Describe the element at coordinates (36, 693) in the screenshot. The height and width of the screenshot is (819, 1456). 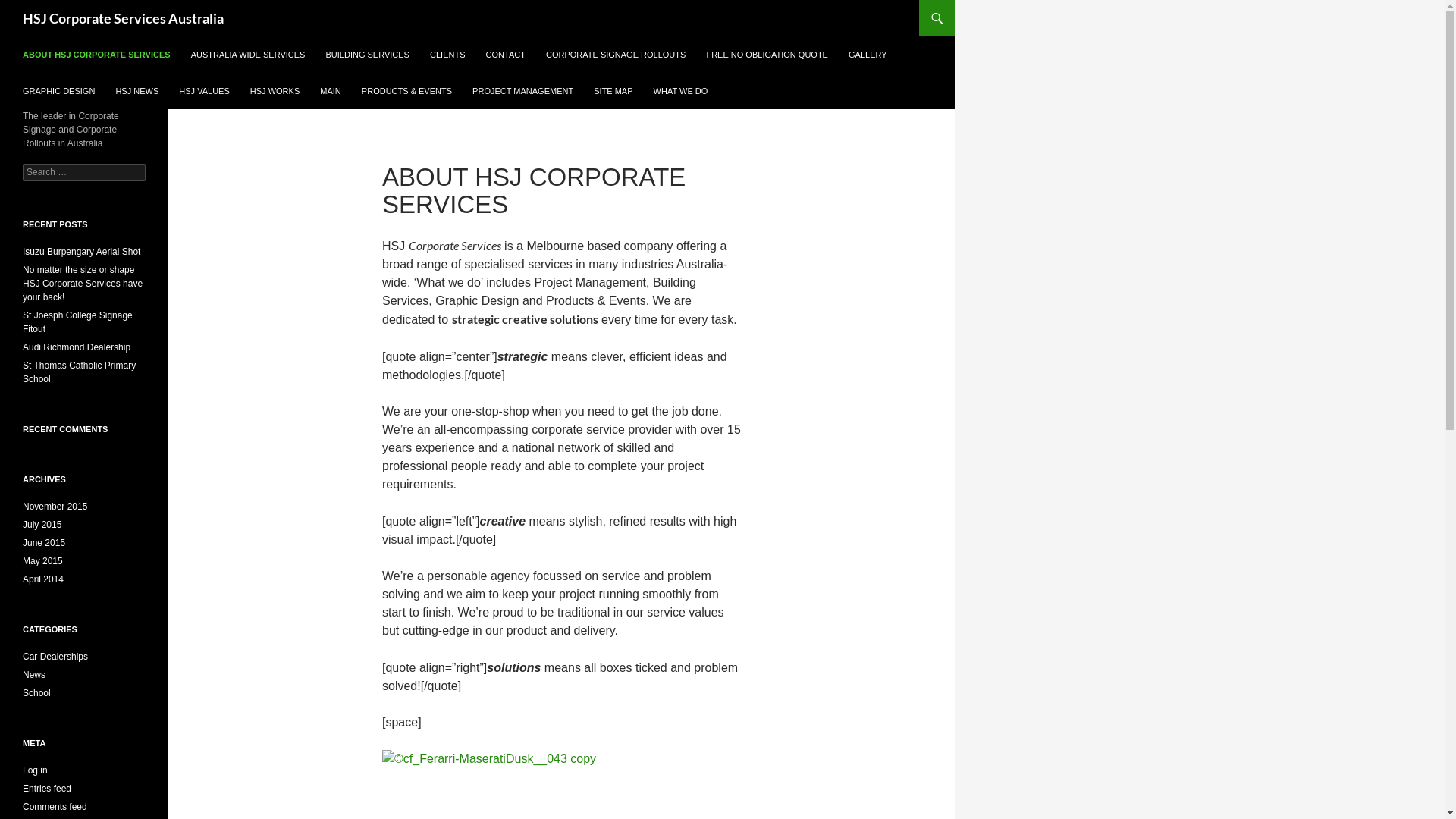
I see `'School'` at that location.